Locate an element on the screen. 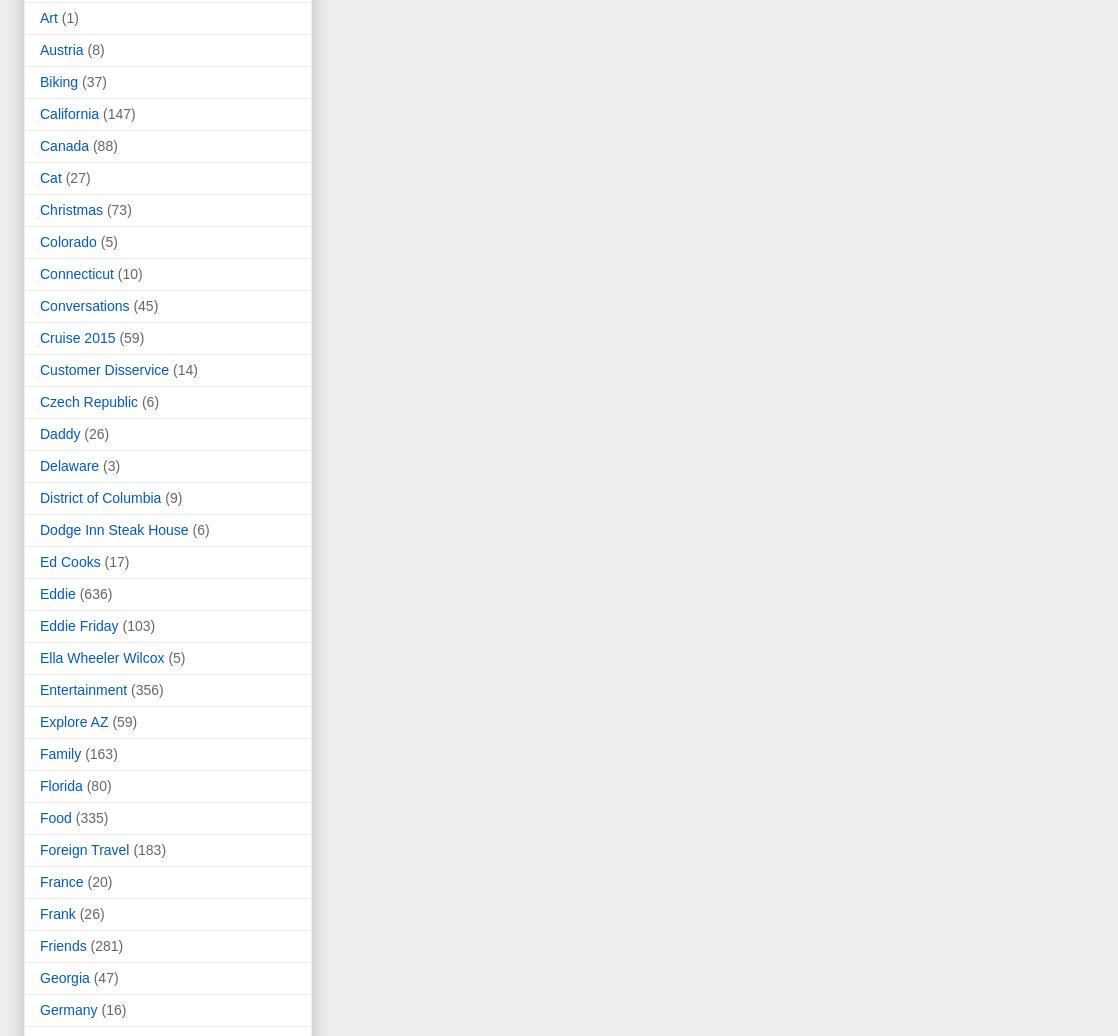 Image resolution: width=1118 pixels, height=1036 pixels. 'Ed Cooks' is located at coordinates (40, 562).